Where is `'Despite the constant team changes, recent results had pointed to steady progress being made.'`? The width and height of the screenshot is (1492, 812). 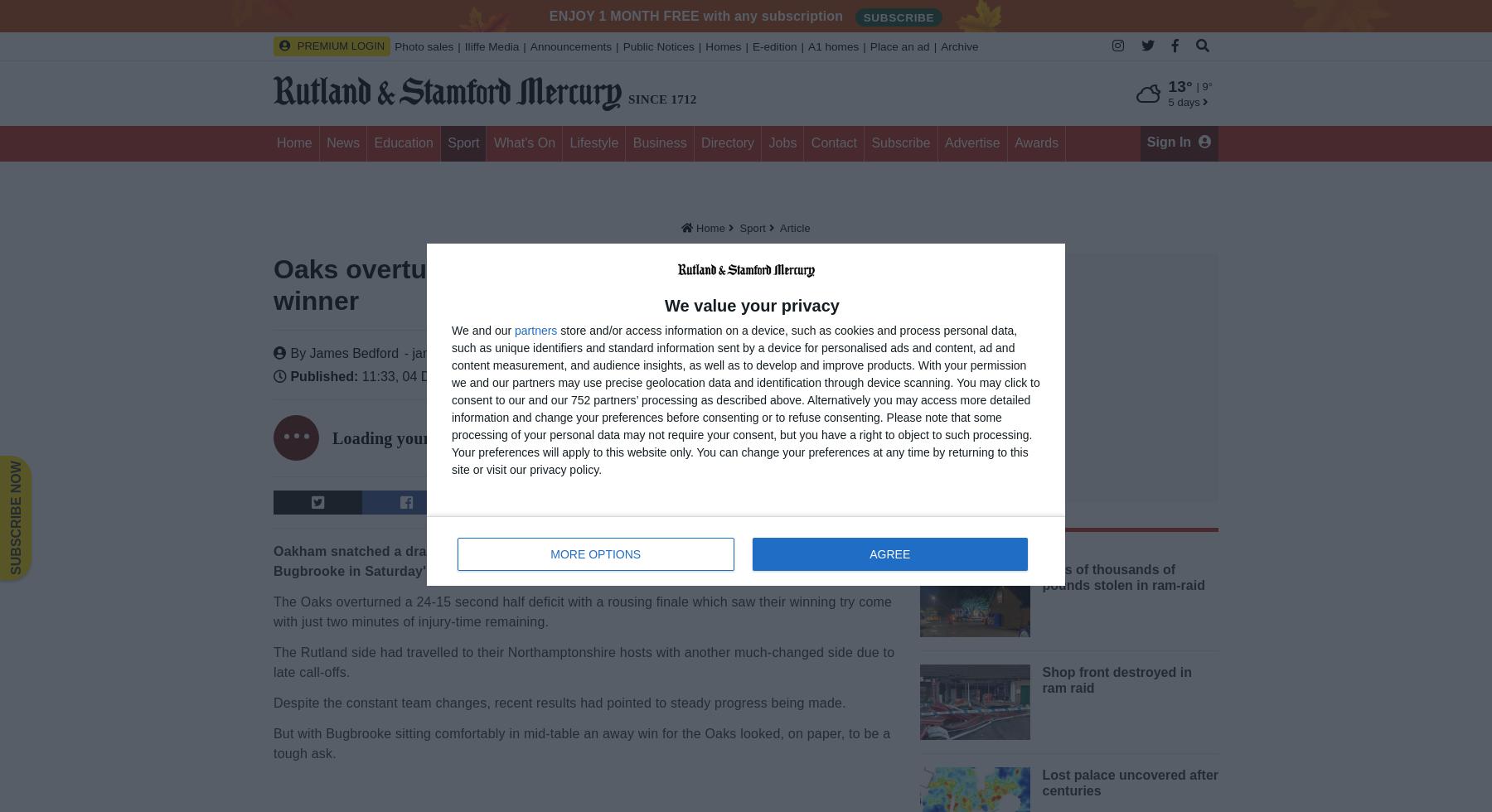
'Despite the constant team changes, recent results had pointed to steady progress being made.' is located at coordinates (559, 702).